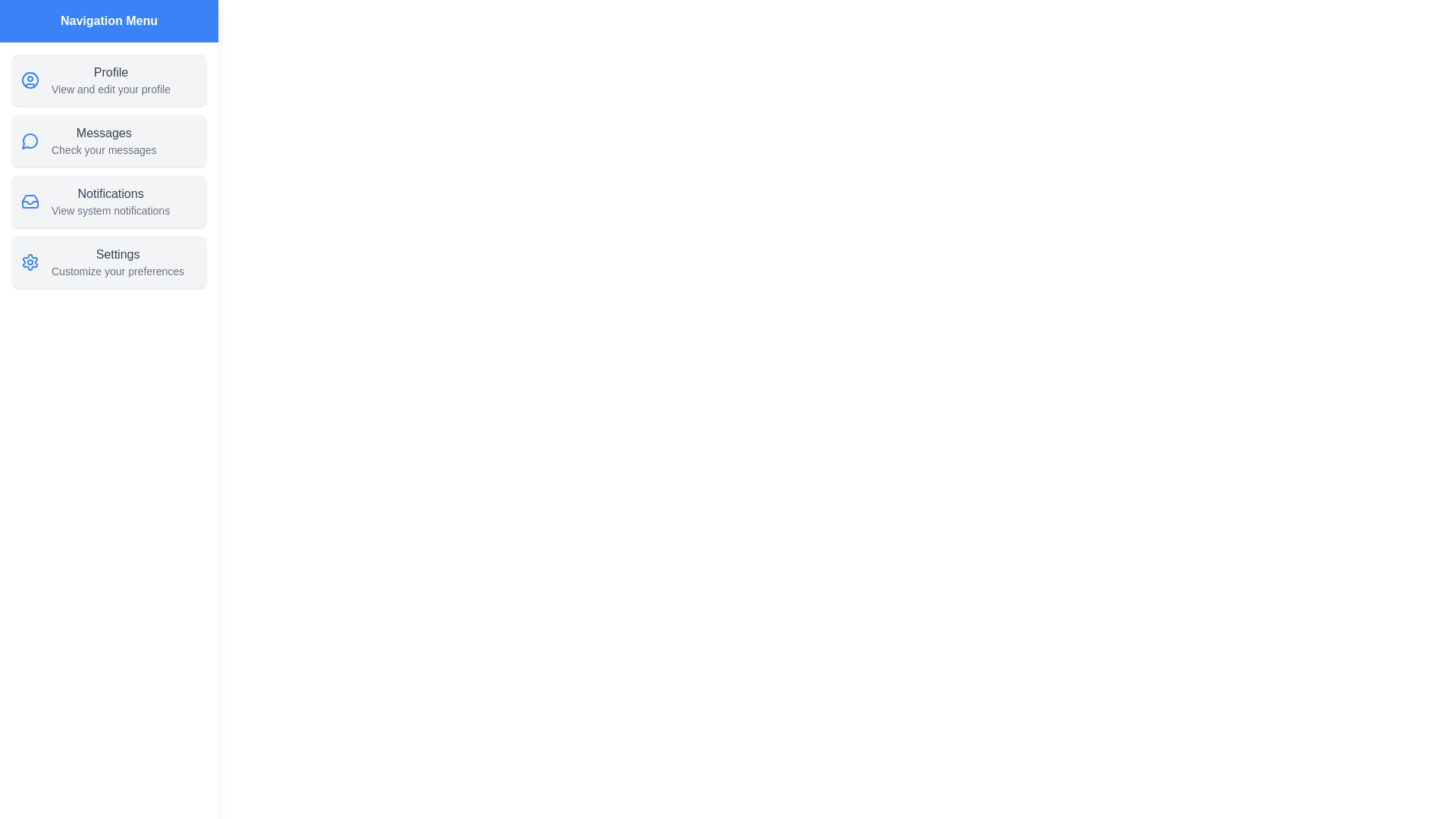 The width and height of the screenshot is (1456, 819). What do you see at coordinates (108, 262) in the screenshot?
I see `the menu item corresponding to Settings` at bounding box center [108, 262].